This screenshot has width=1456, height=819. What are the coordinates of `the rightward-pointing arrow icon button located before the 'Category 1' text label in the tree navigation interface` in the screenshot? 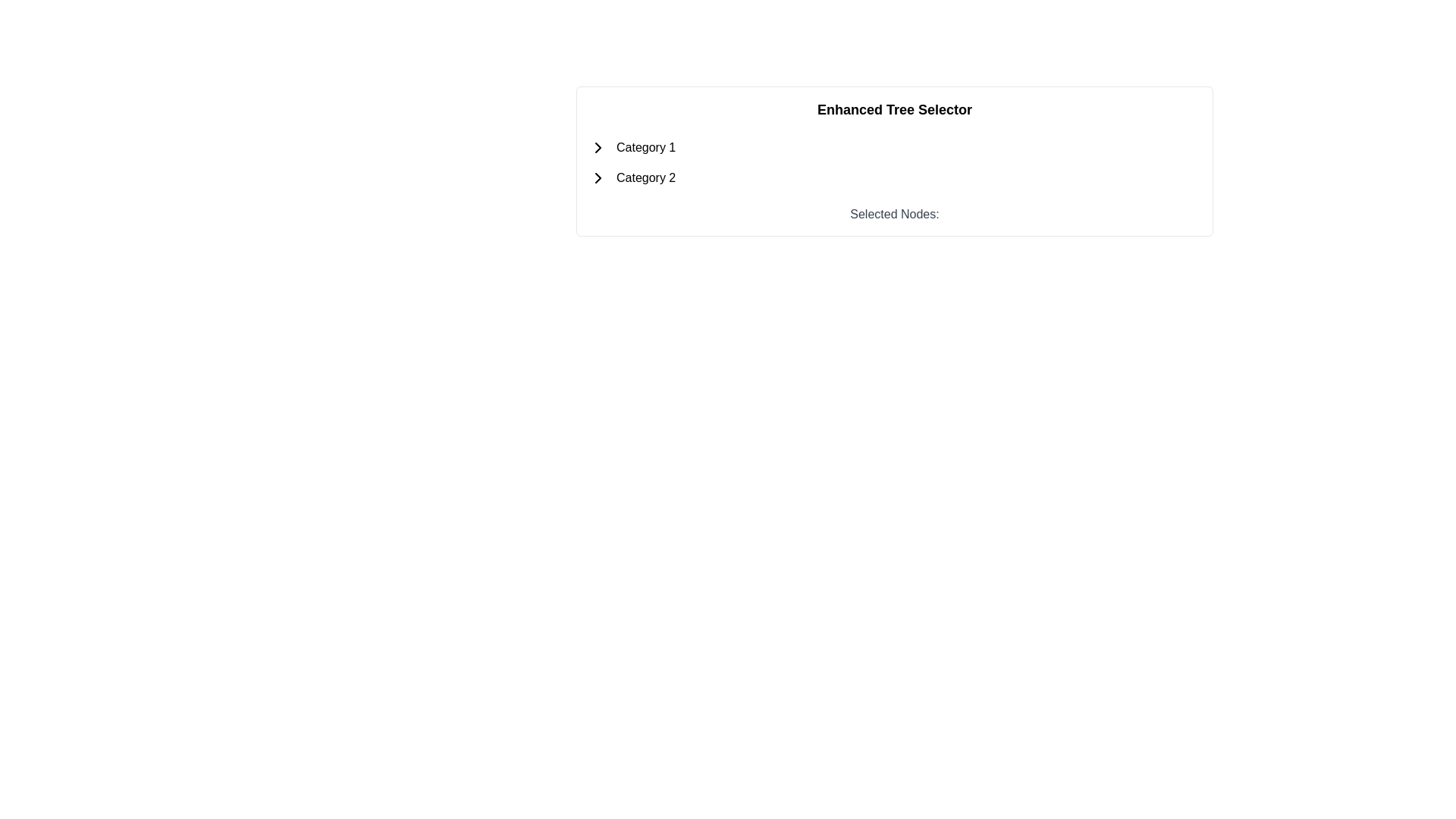 It's located at (597, 148).